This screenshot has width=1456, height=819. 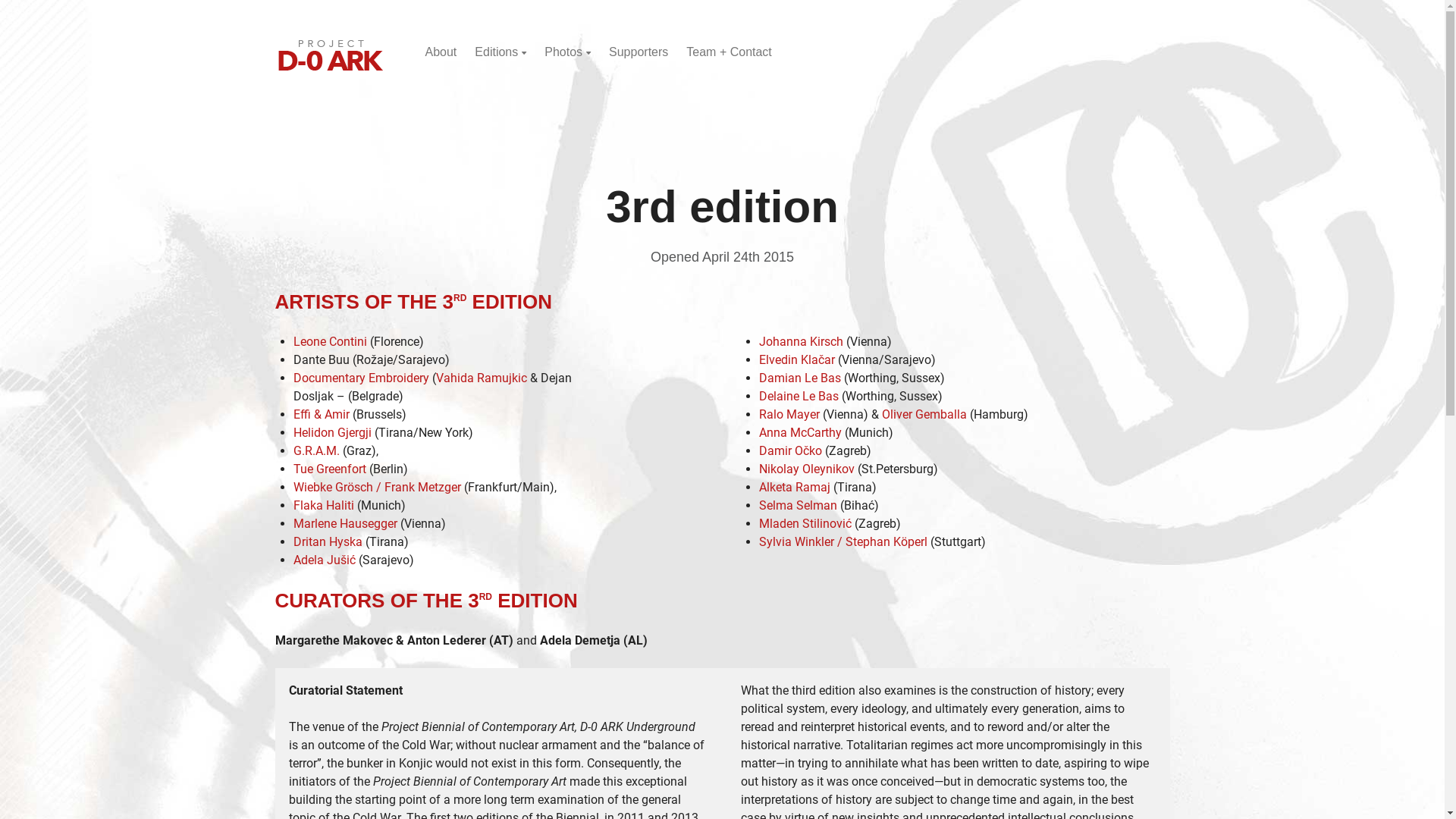 I want to click on 'Johanna Kirsch', so click(x=799, y=341).